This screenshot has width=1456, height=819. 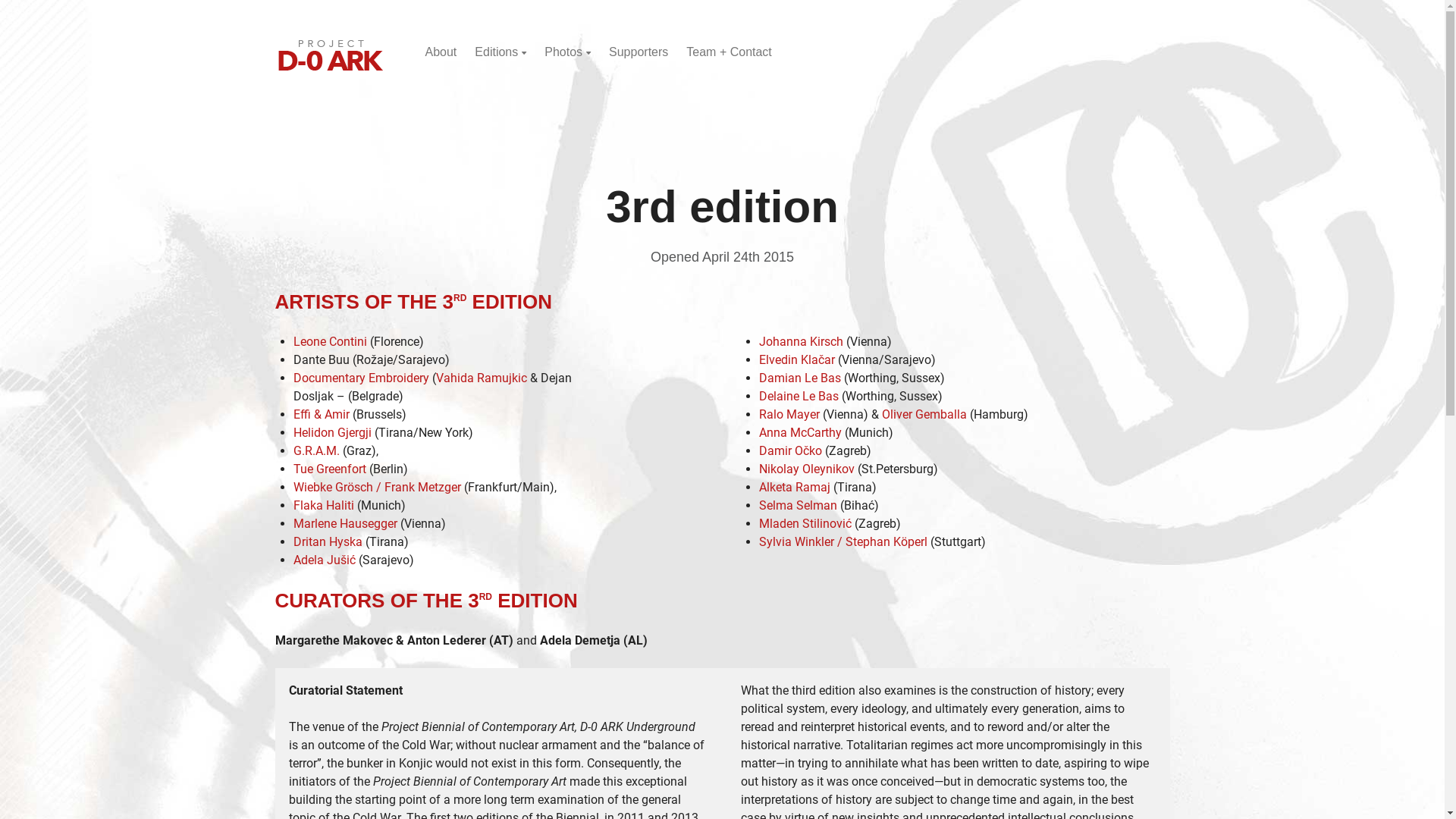 I want to click on 'Johanna Kirsch', so click(x=799, y=341).